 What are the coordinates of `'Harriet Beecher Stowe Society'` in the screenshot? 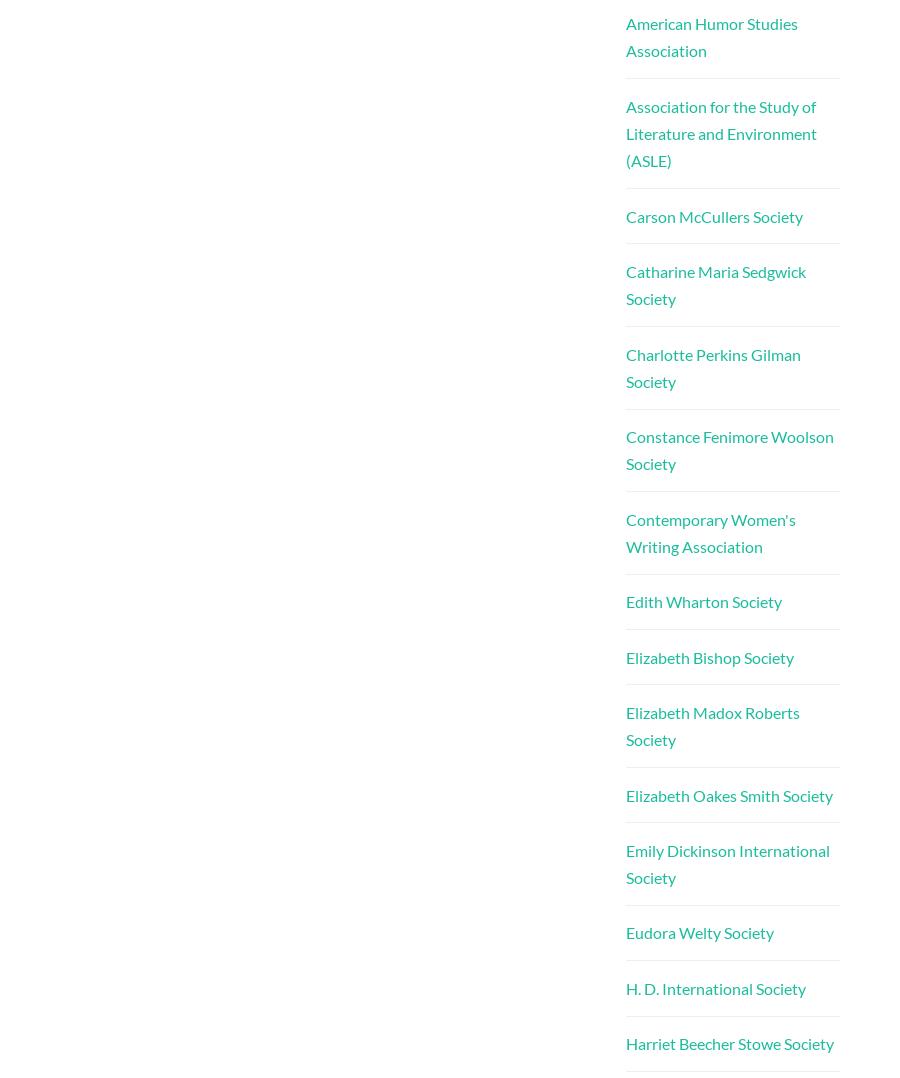 It's located at (624, 1043).